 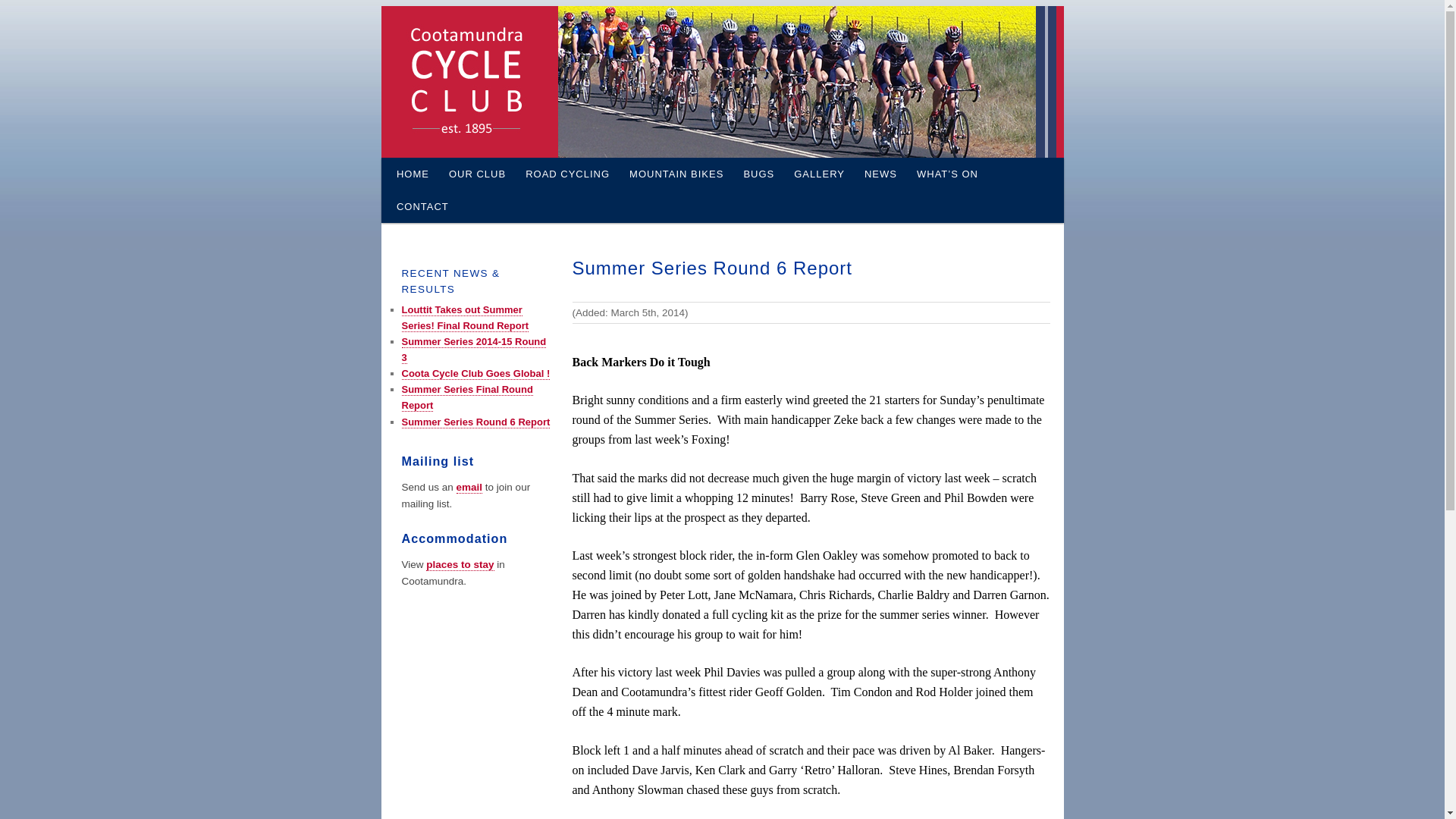 I want to click on 'NEWS', so click(x=880, y=173).